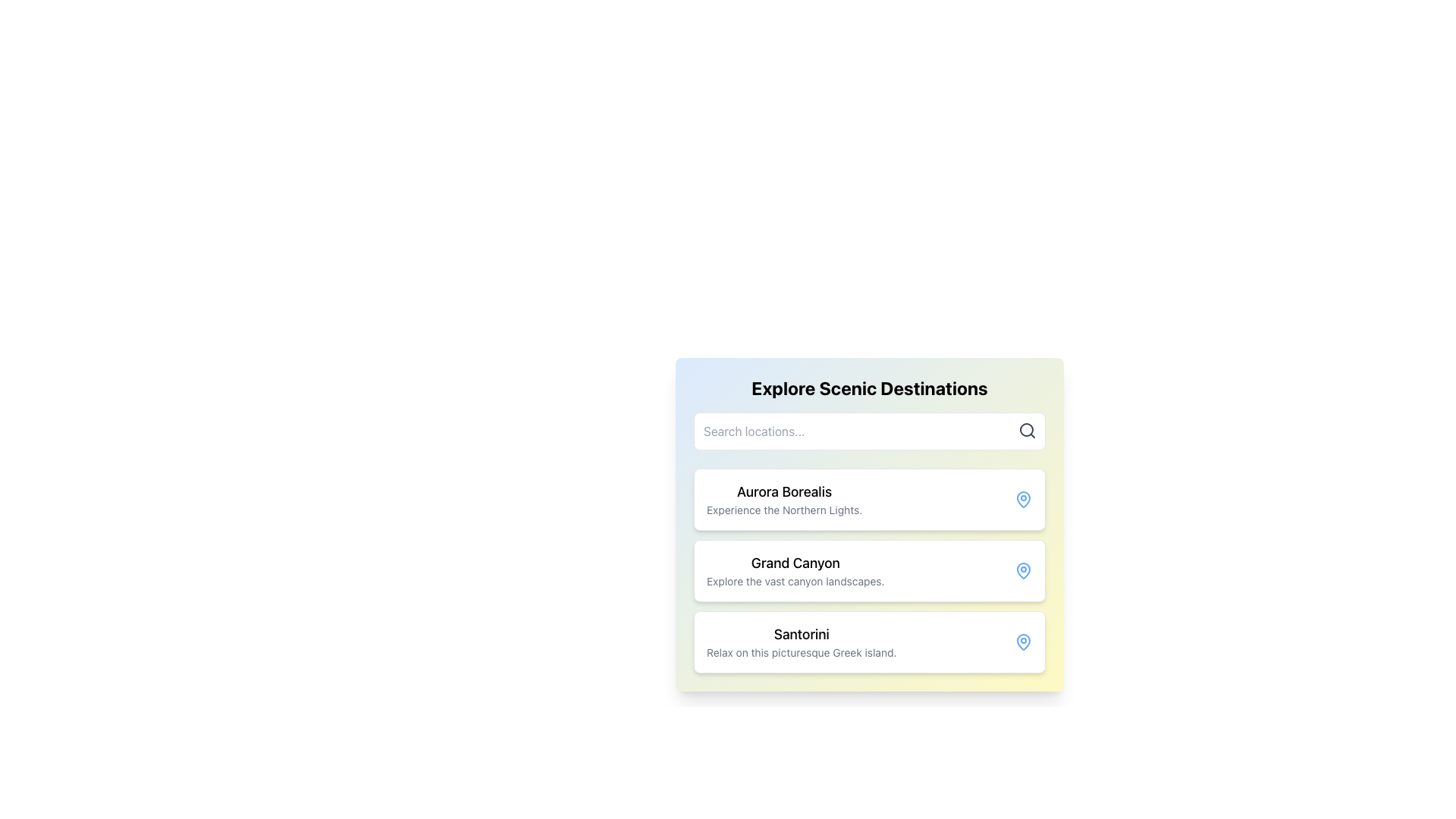 The width and height of the screenshot is (1456, 819). I want to click on the location marker icon on the right side of the 'Santorini' row, so click(1023, 642).